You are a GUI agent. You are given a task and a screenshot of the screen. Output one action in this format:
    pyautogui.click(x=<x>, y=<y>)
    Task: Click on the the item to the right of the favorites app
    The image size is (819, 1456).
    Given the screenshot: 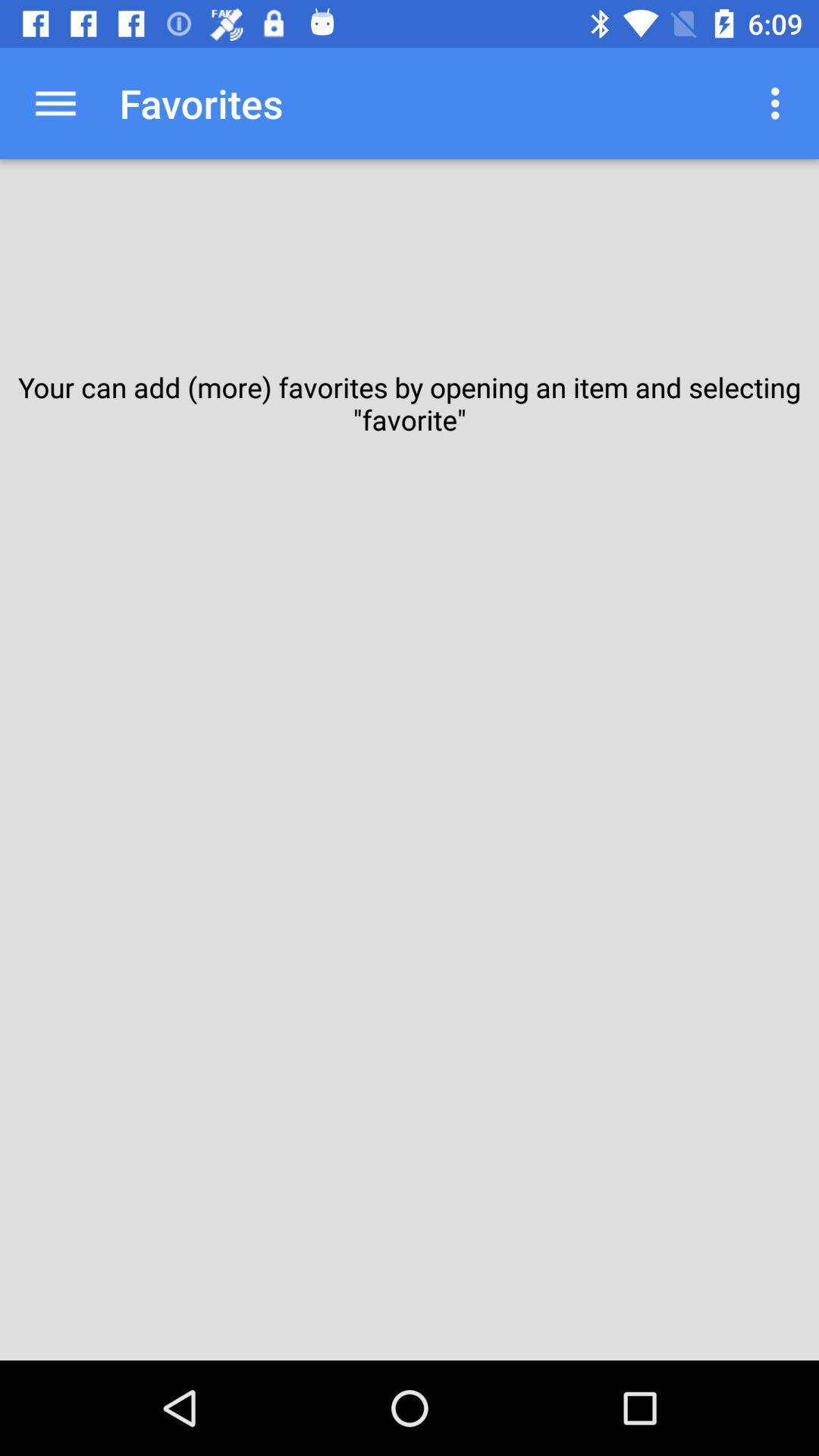 What is the action you would take?
    pyautogui.click(x=779, y=102)
    